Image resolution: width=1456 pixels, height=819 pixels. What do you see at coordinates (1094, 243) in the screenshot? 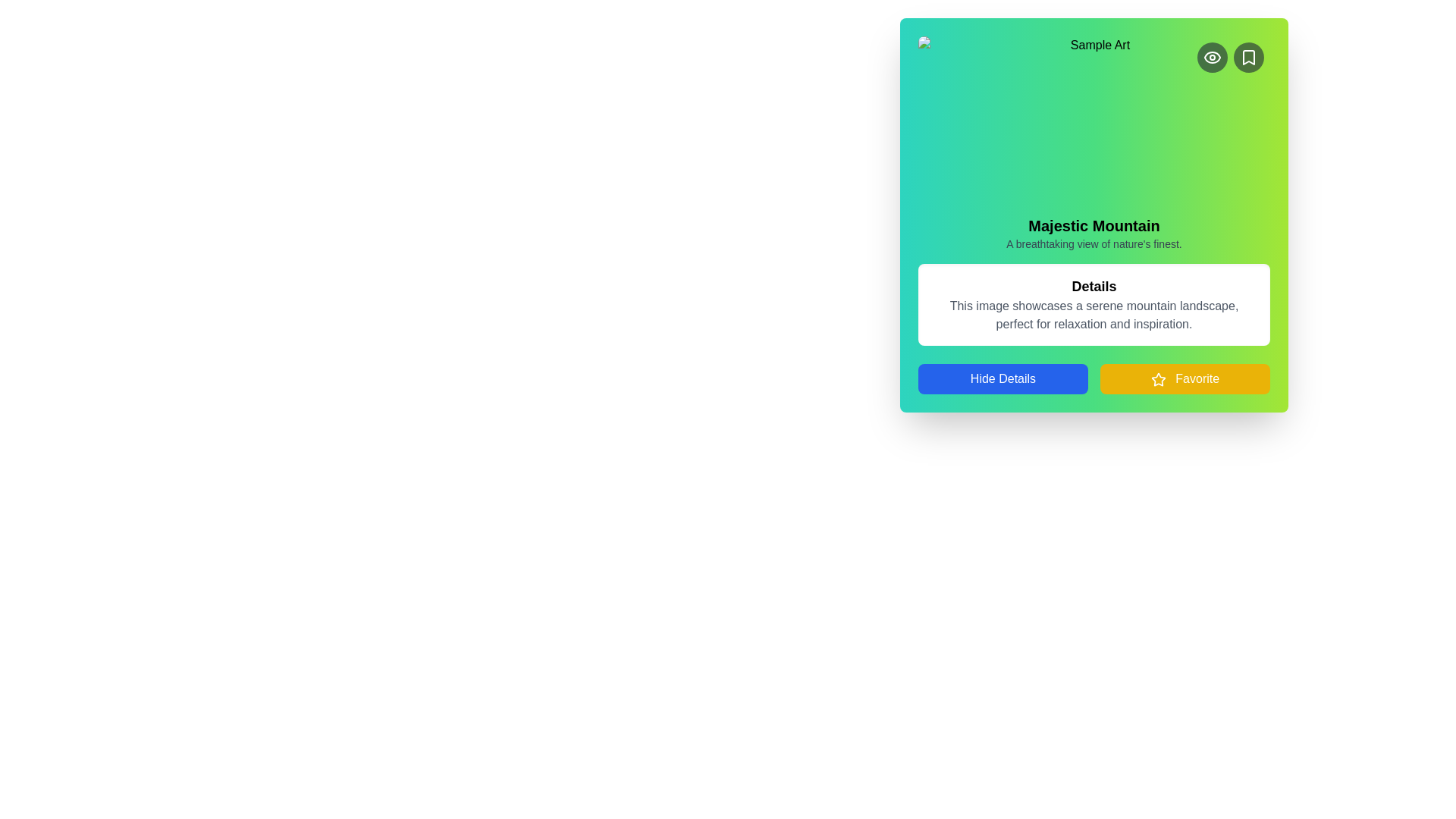
I see `the text label containing the phrase 'A breathtaking view of nature's finest.' which is styled in gray color and positioned below the title 'Majestic Mountain.'` at bounding box center [1094, 243].